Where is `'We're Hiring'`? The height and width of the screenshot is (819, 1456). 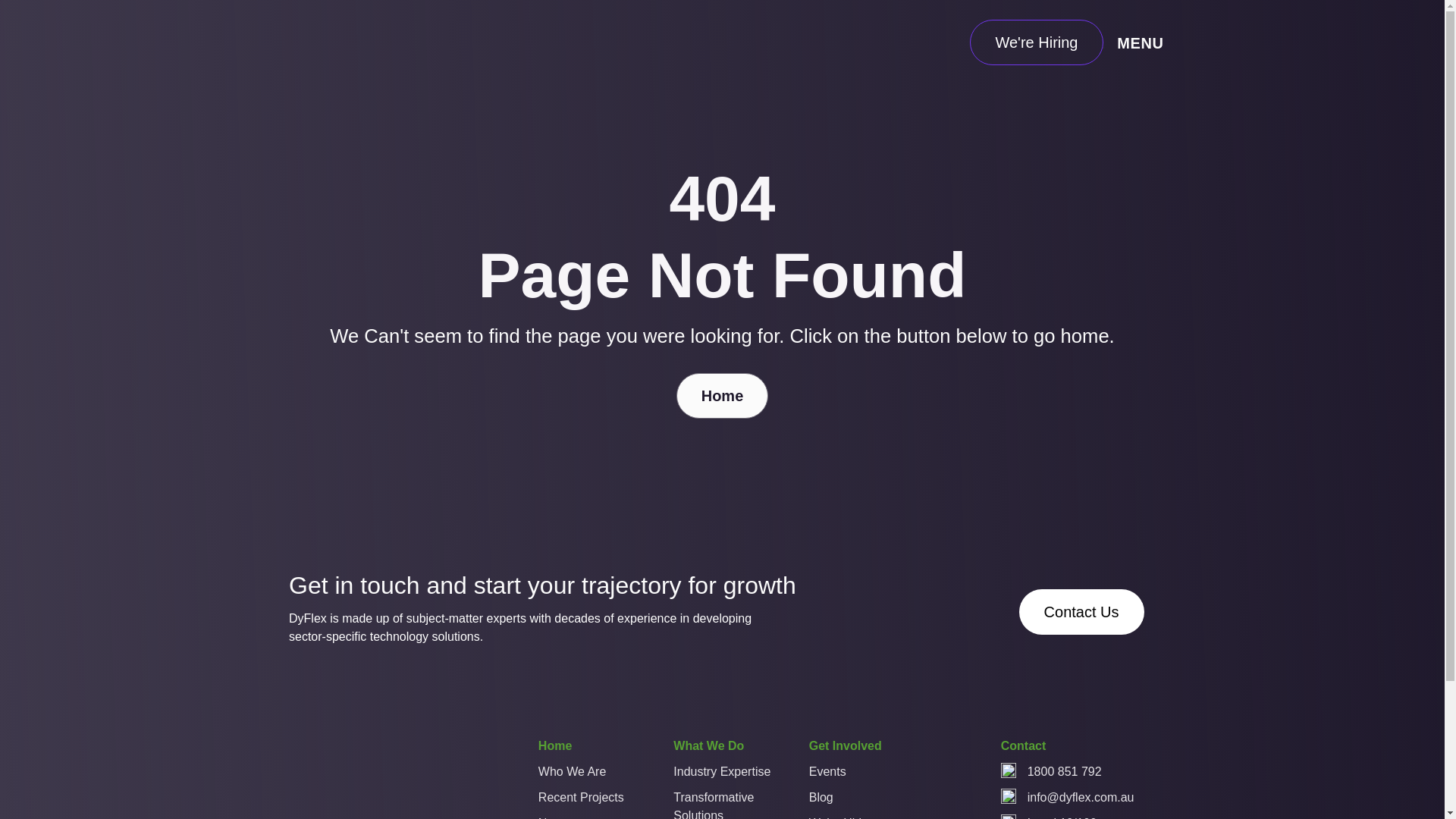 'We're Hiring' is located at coordinates (1035, 42).